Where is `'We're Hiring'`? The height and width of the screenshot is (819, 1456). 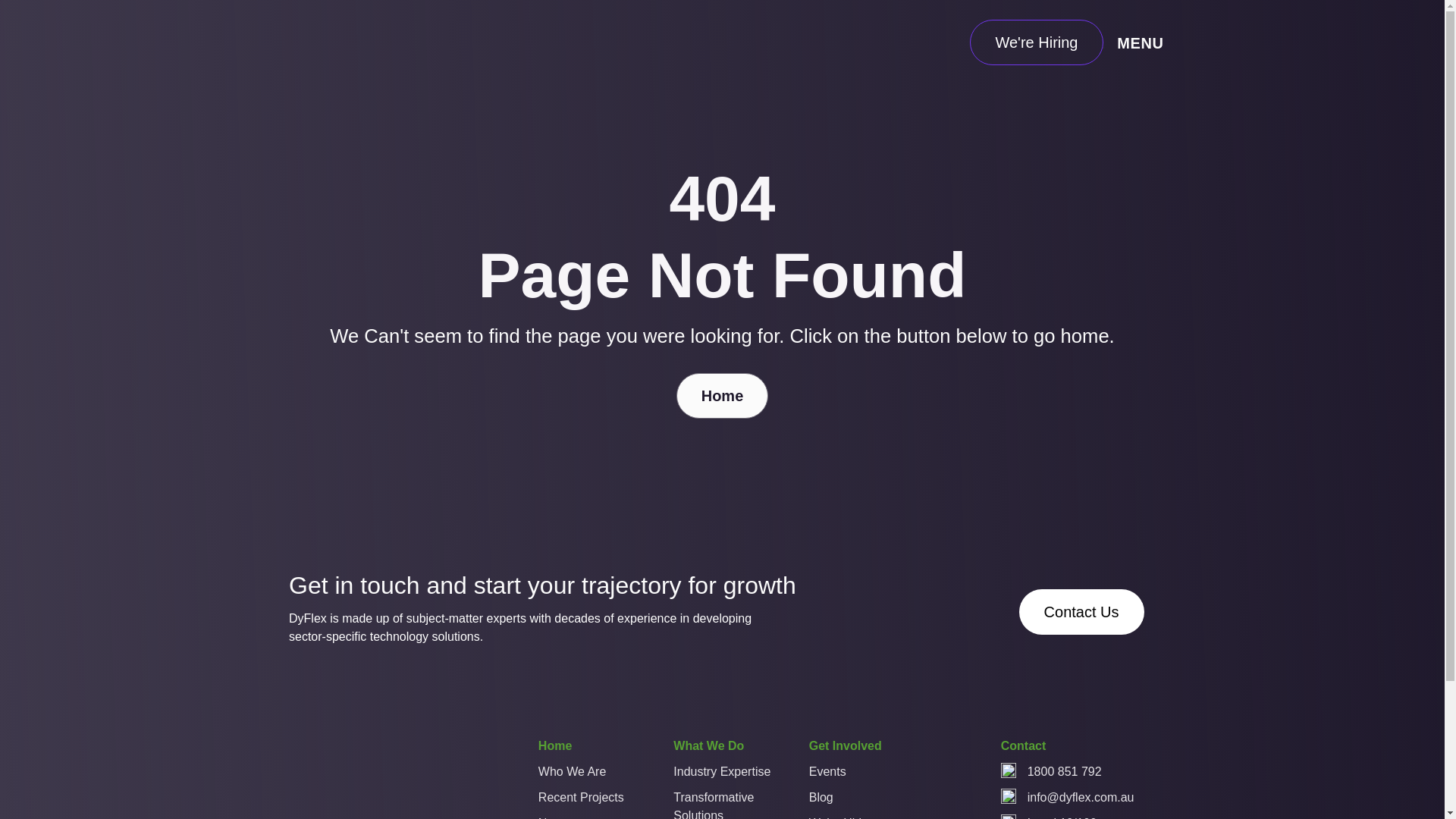 'We're Hiring' is located at coordinates (1035, 42).